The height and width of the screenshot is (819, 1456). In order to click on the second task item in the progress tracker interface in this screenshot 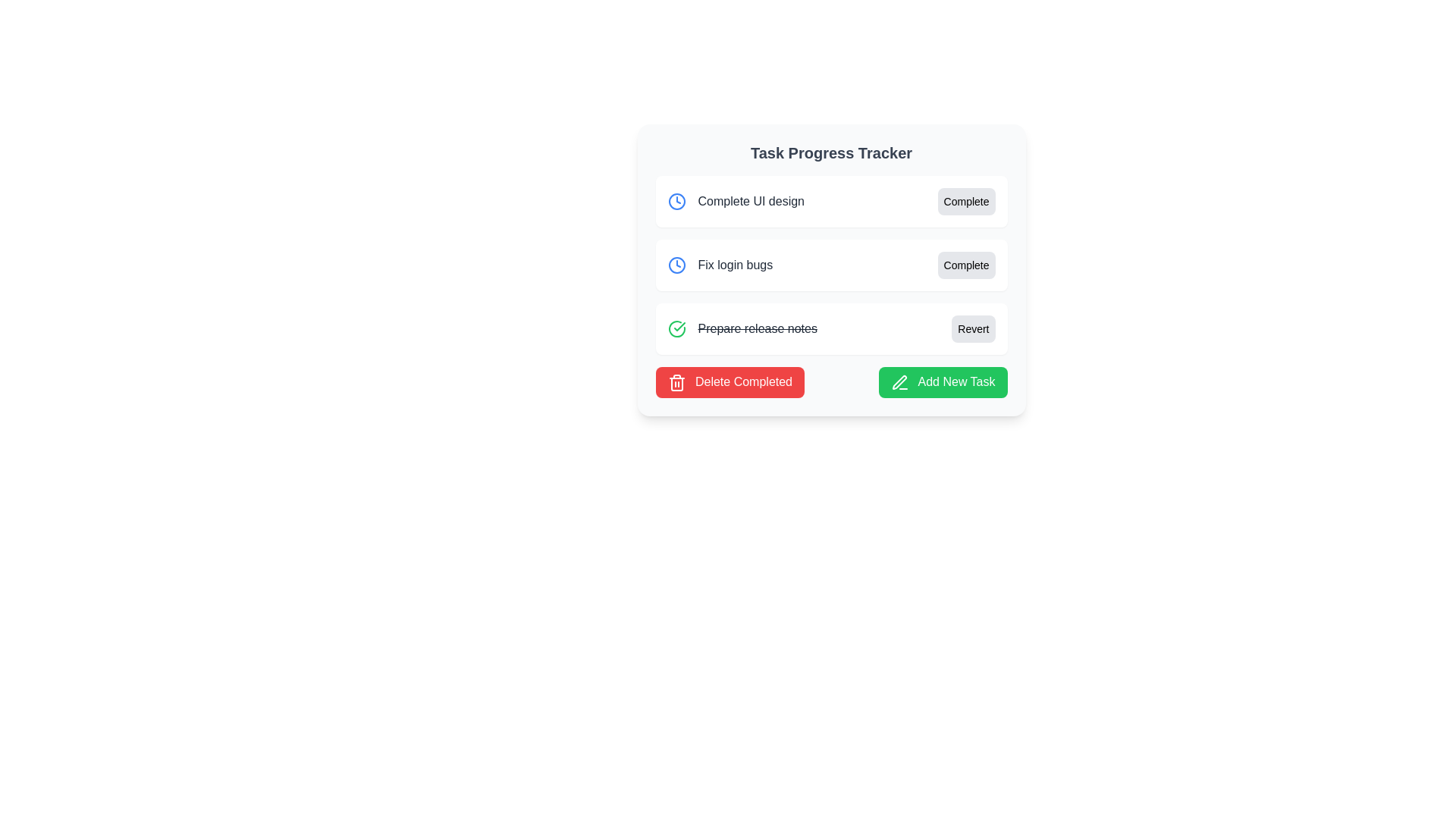, I will do `click(830, 269)`.